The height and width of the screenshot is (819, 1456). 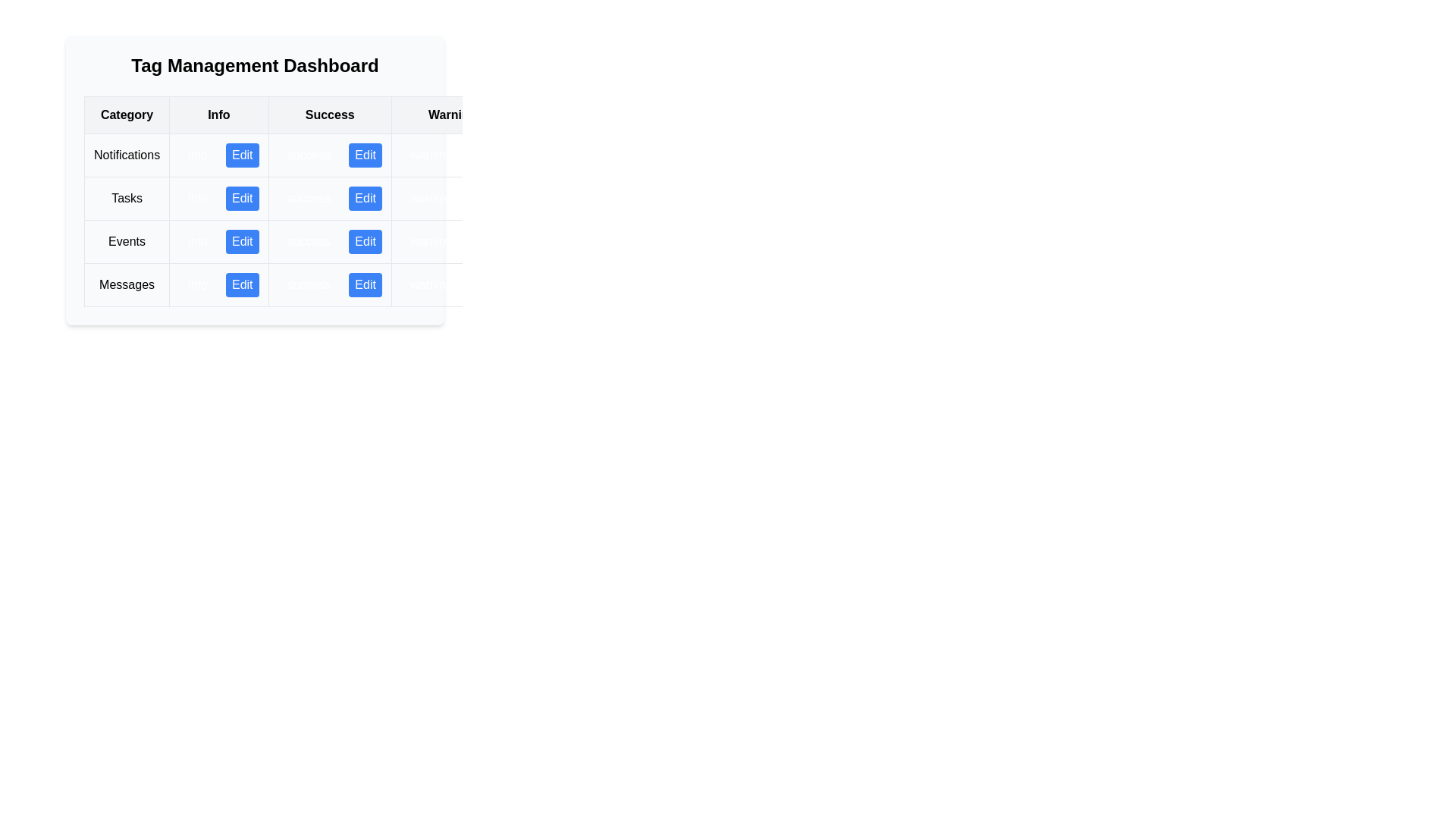 I want to click on the 'success' tag within the compound UI element that contains the 'Edit' button and displays a tooltip, so click(x=329, y=198).